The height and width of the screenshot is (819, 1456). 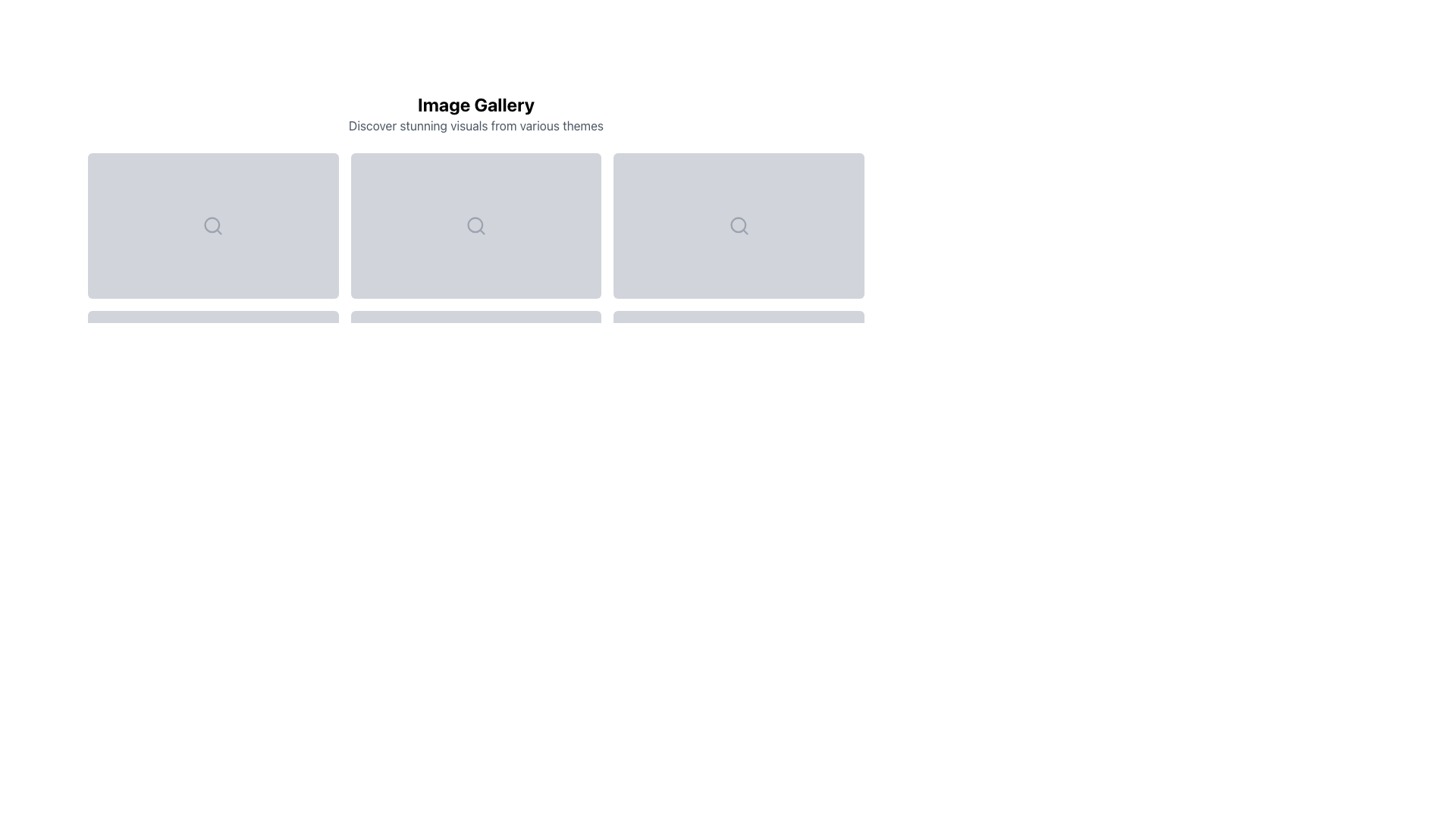 What do you see at coordinates (739, 225) in the screenshot?
I see `the third Gallery item card in the first row` at bounding box center [739, 225].